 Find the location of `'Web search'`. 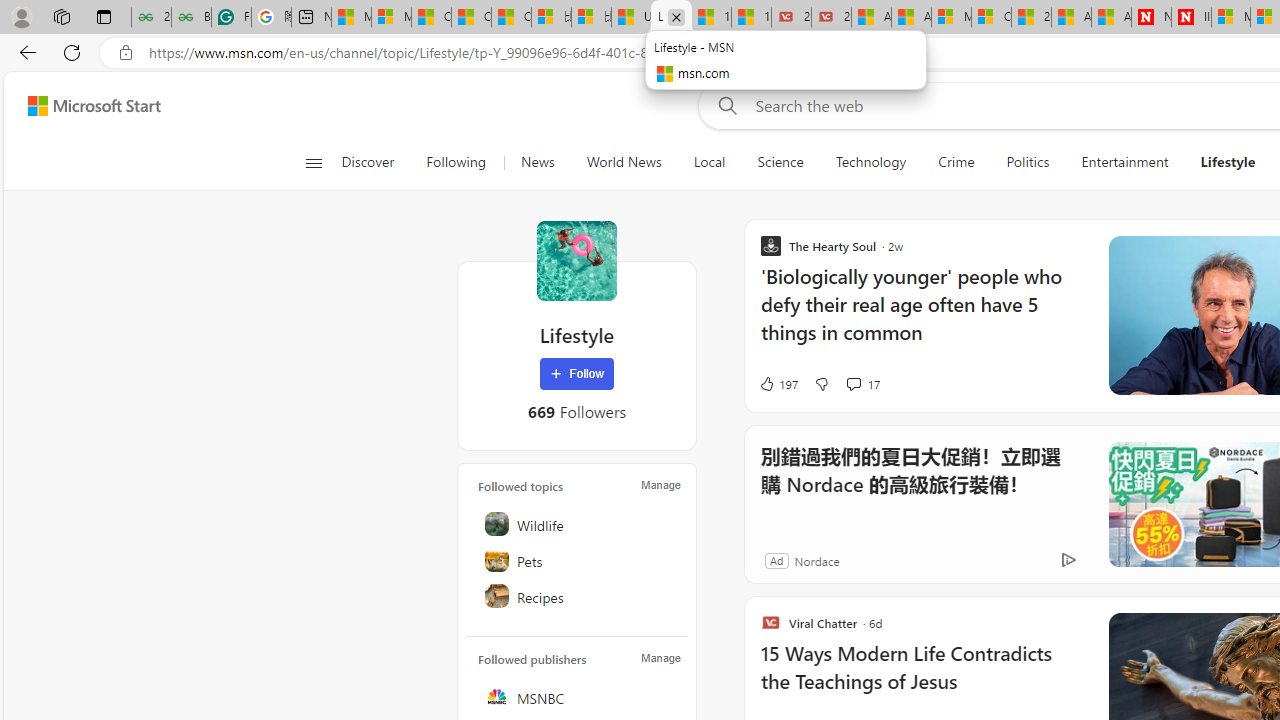

'Web search' is located at coordinates (723, 105).